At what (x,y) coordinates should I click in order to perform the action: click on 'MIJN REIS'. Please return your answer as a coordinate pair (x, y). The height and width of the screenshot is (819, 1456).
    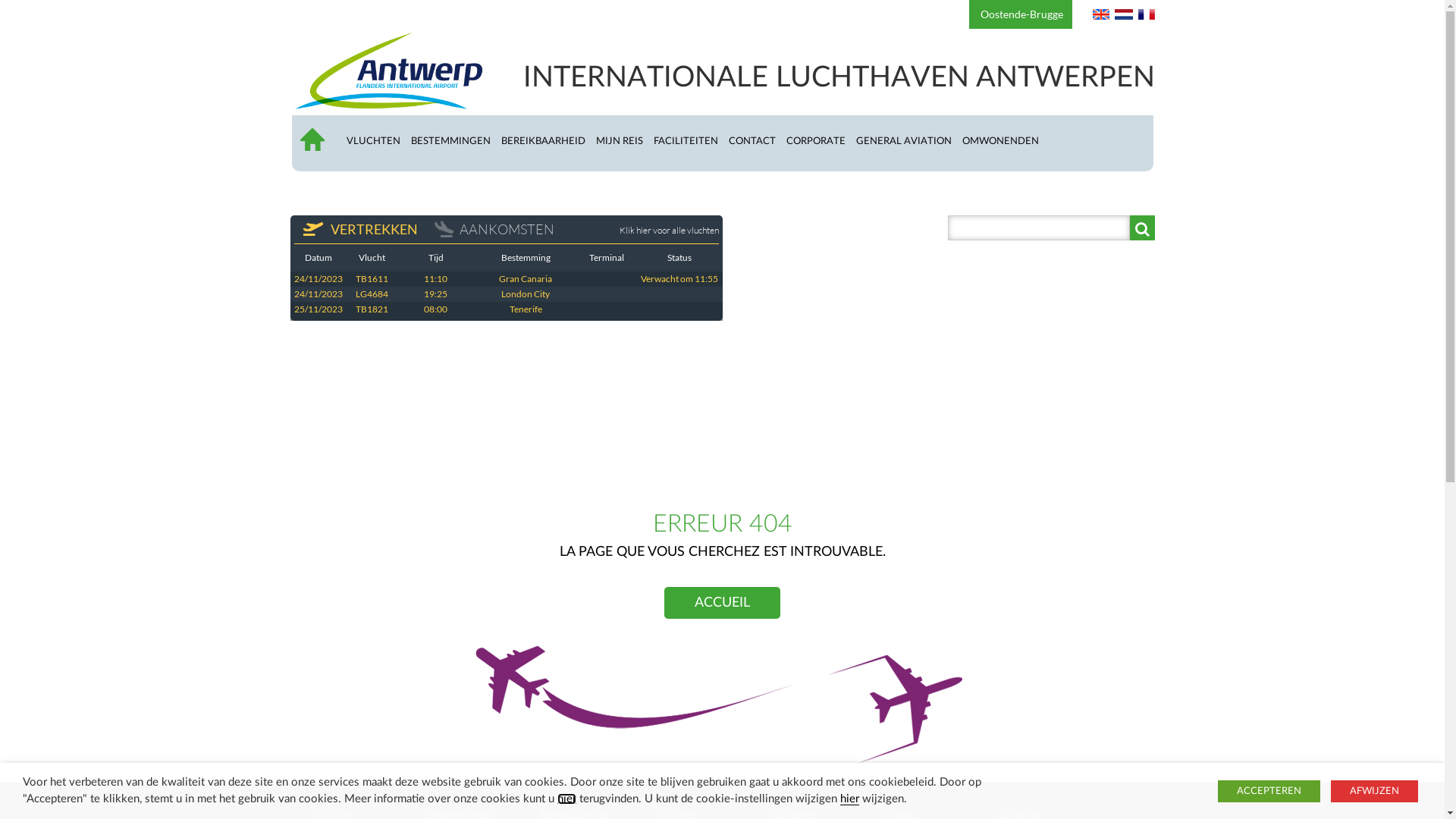
    Looking at the image, I should click on (625, 140).